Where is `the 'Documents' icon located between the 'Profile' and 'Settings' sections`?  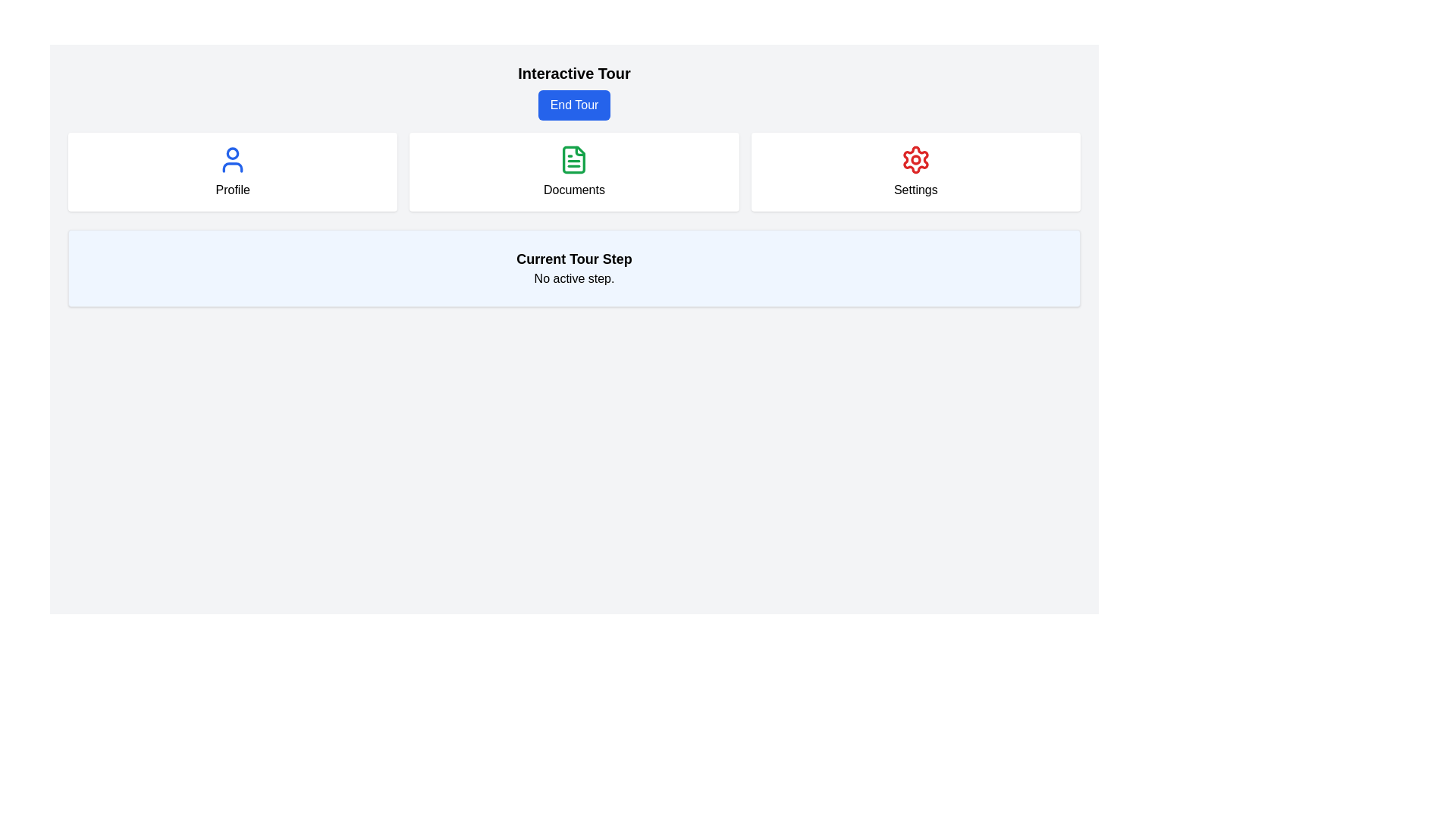 the 'Documents' icon located between the 'Profile' and 'Settings' sections is located at coordinates (573, 160).